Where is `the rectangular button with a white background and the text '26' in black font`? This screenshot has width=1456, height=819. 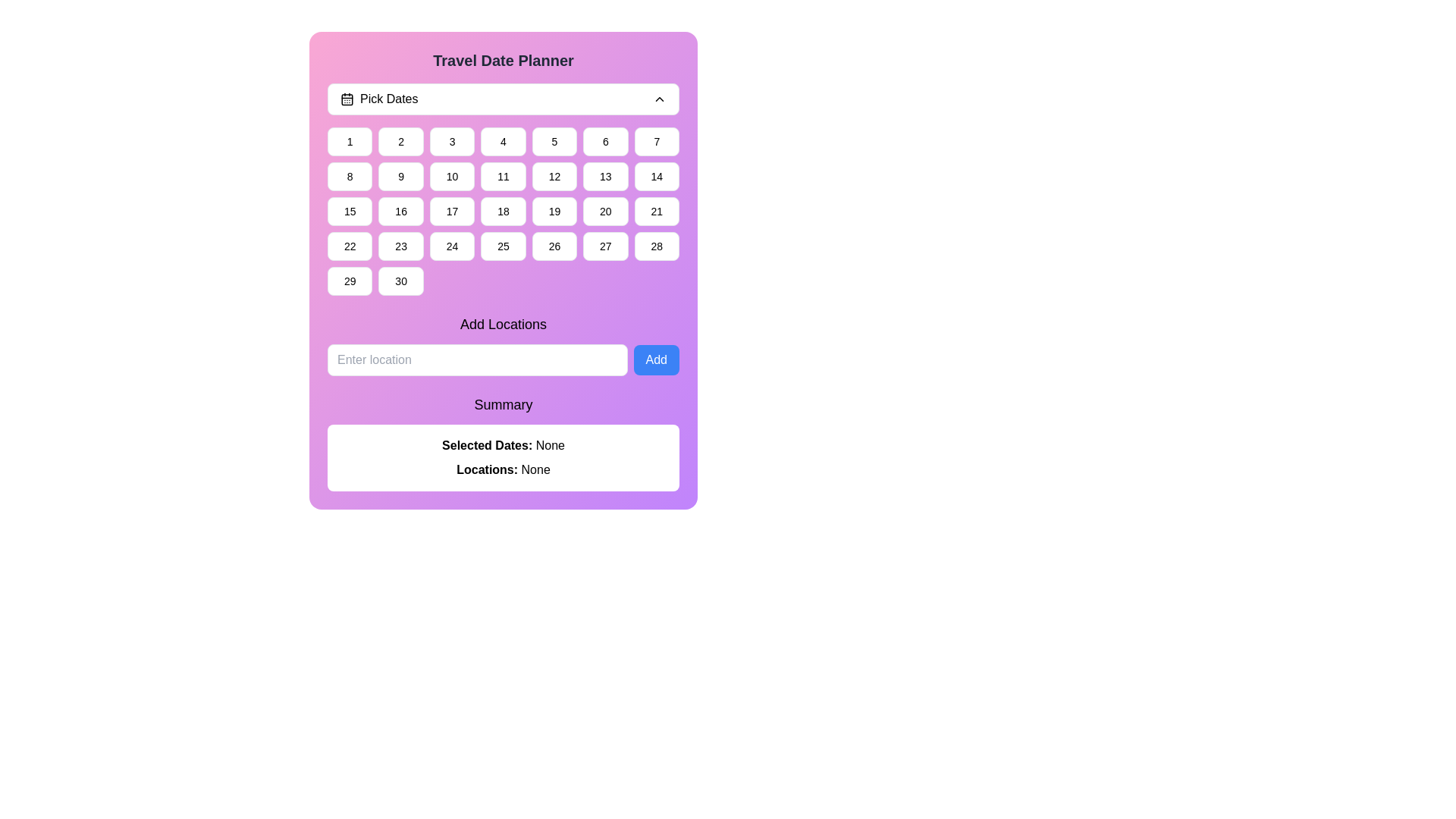 the rectangular button with a white background and the text '26' in black font is located at coordinates (554, 245).